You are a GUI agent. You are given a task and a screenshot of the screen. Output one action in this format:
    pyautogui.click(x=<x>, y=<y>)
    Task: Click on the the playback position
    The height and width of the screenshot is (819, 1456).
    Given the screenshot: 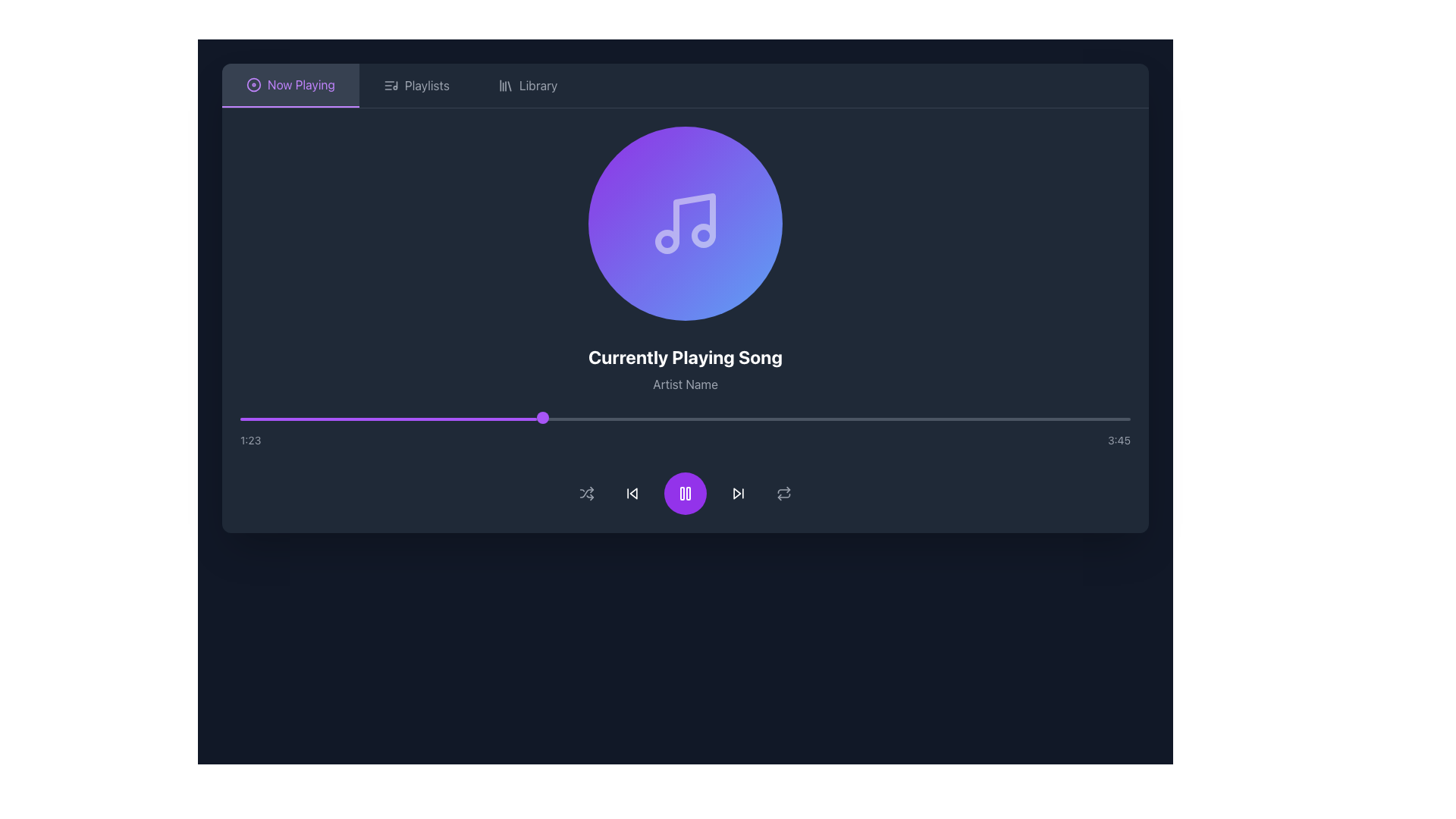 What is the action you would take?
    pyautogui.click(x=604, y=419)
    